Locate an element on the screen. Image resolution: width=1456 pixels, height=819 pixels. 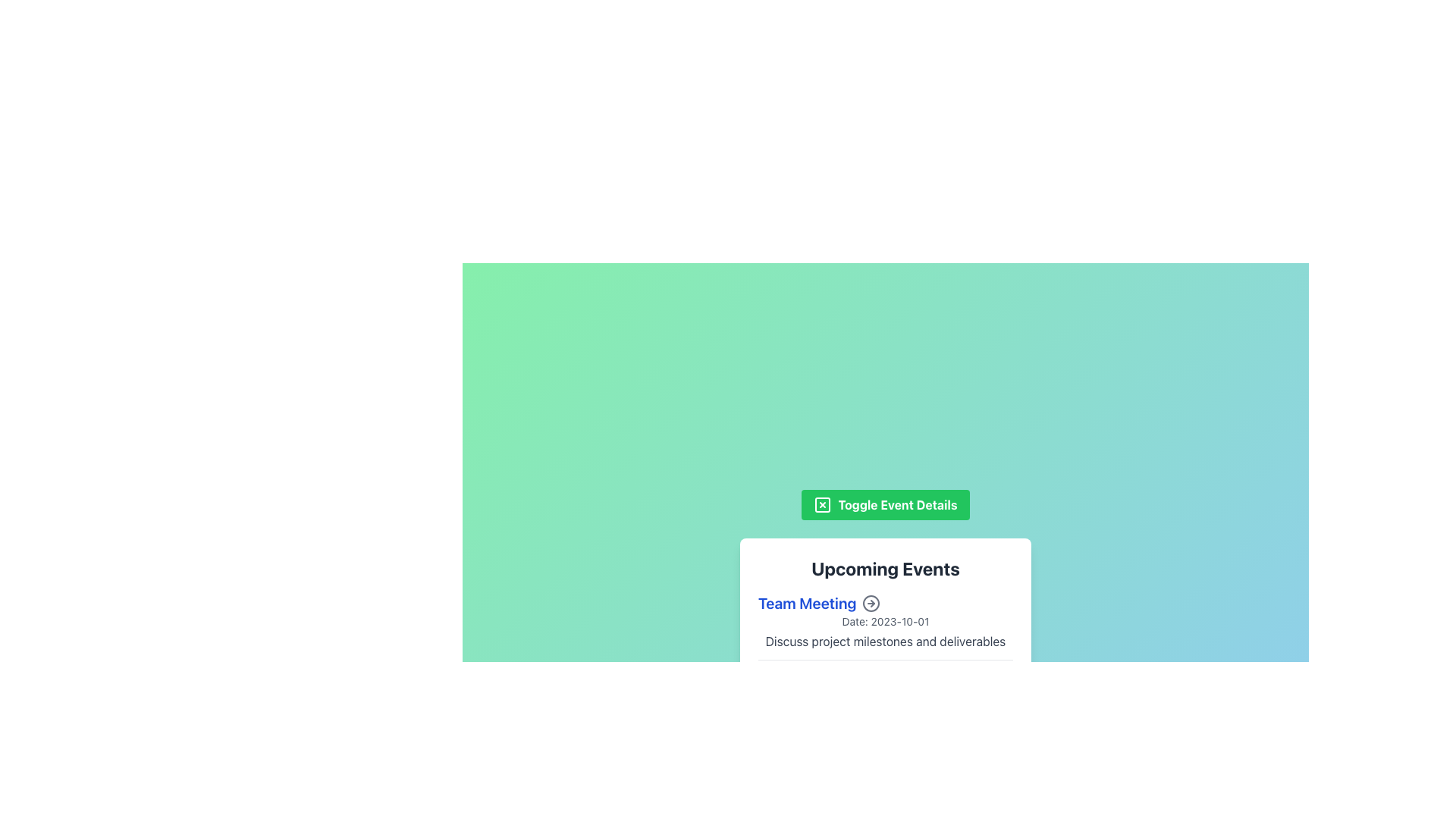
the 'Team Meeting' event description block, which features bold blue text and includes the date '2023-10-01' and a description about project milestones is located at coordinates (885, 626).